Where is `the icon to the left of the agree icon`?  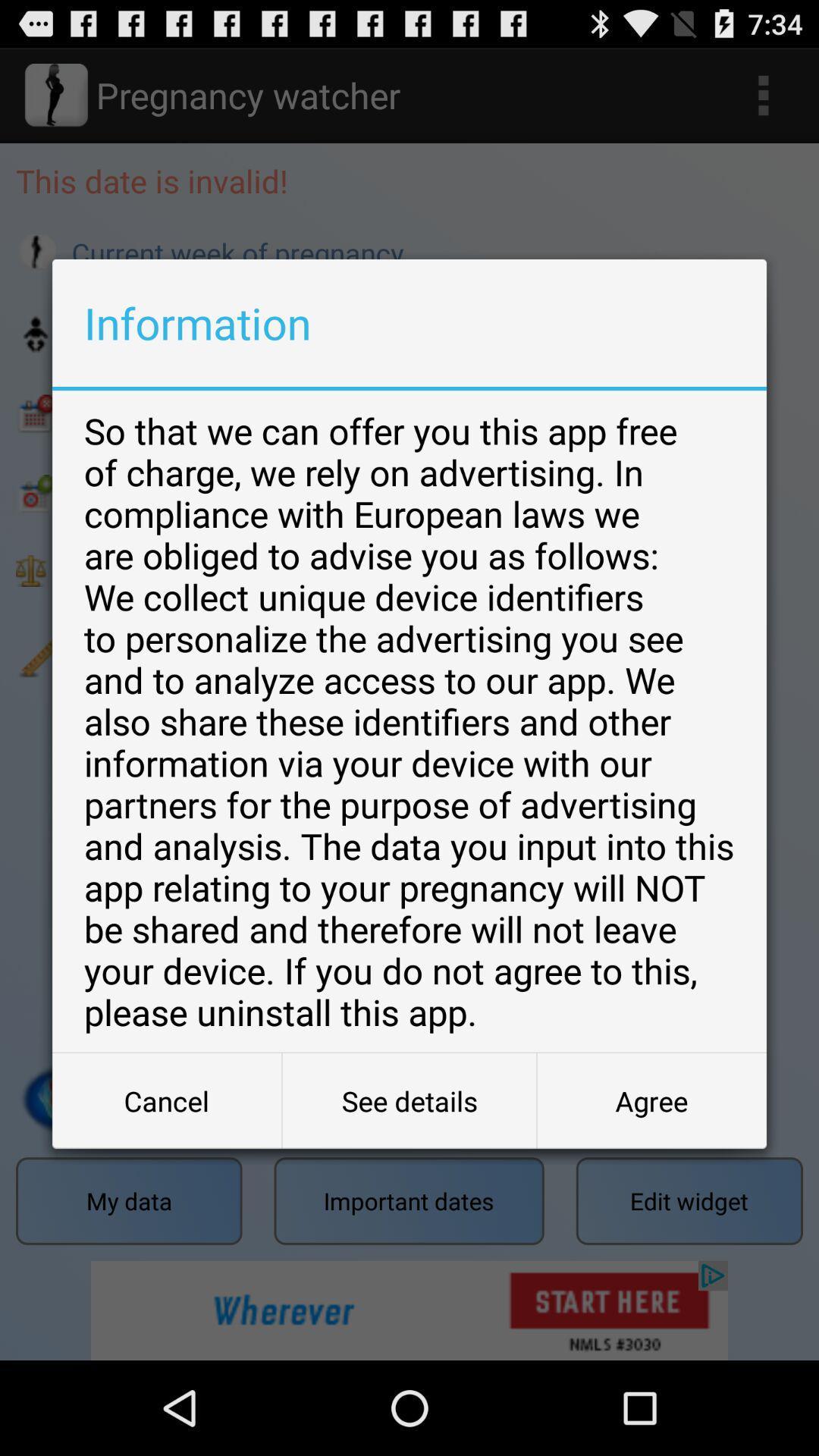
the icon to the left of the agree icon is located at coordinates (409, 1100).